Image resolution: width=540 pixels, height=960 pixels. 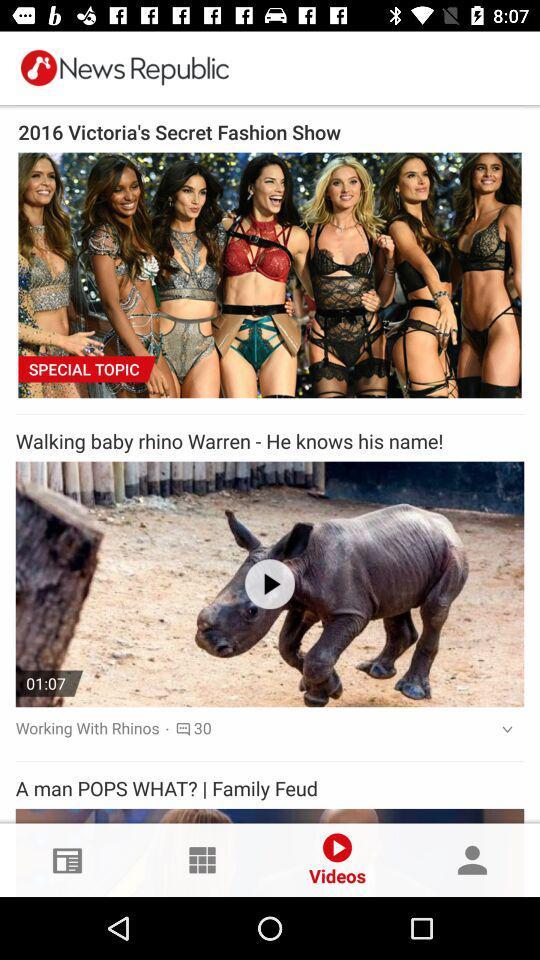 What do you see at coordinates (270, 583) in the screenshot?
I see `the play icon in the first video` at bounding box center [270, 583].